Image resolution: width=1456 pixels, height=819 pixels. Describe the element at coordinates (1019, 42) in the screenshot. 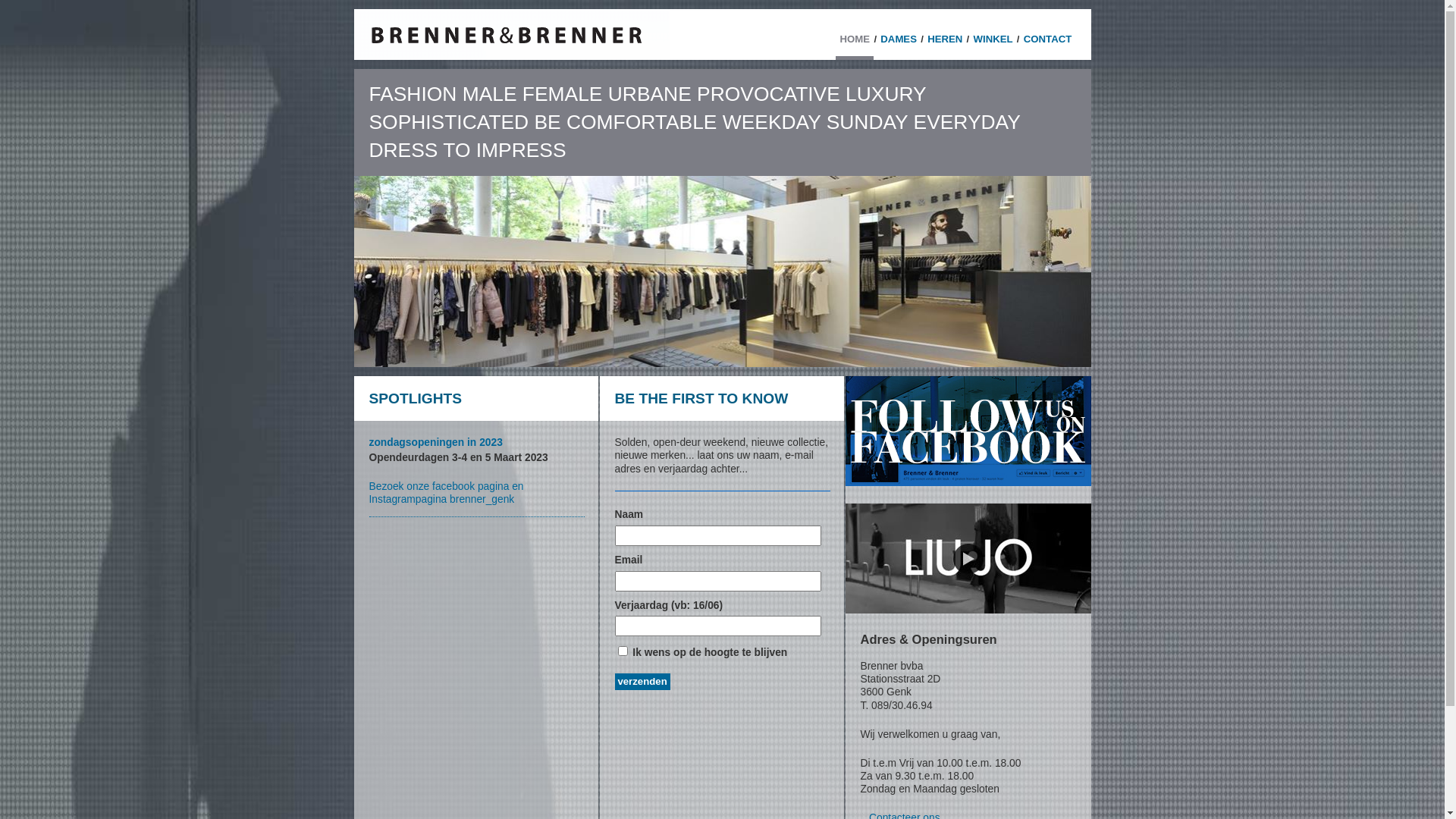

I see `'CONTACT'` at that location.